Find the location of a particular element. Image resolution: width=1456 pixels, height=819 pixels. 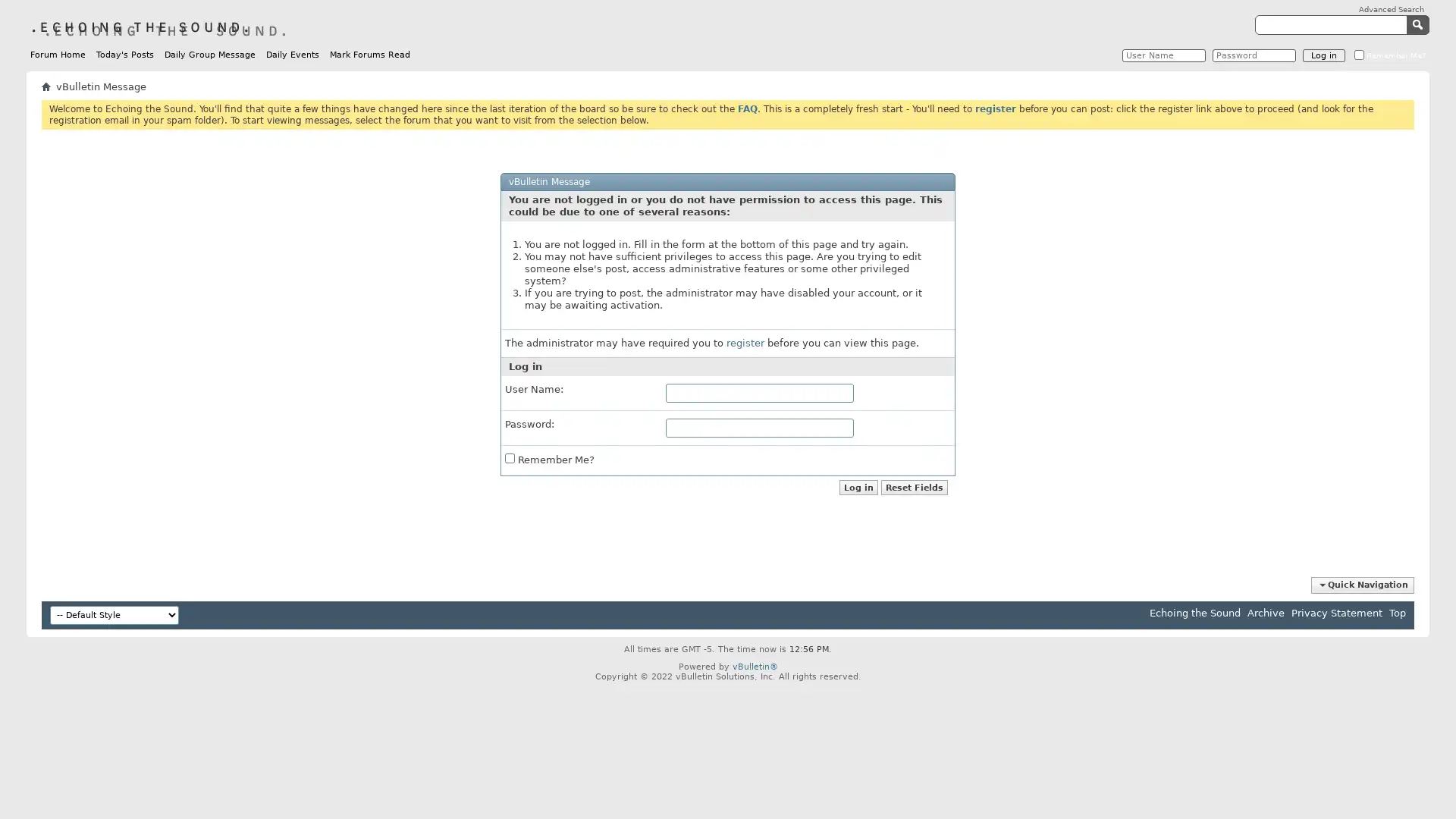

Reset Fields is located at coordinates (913, 488).